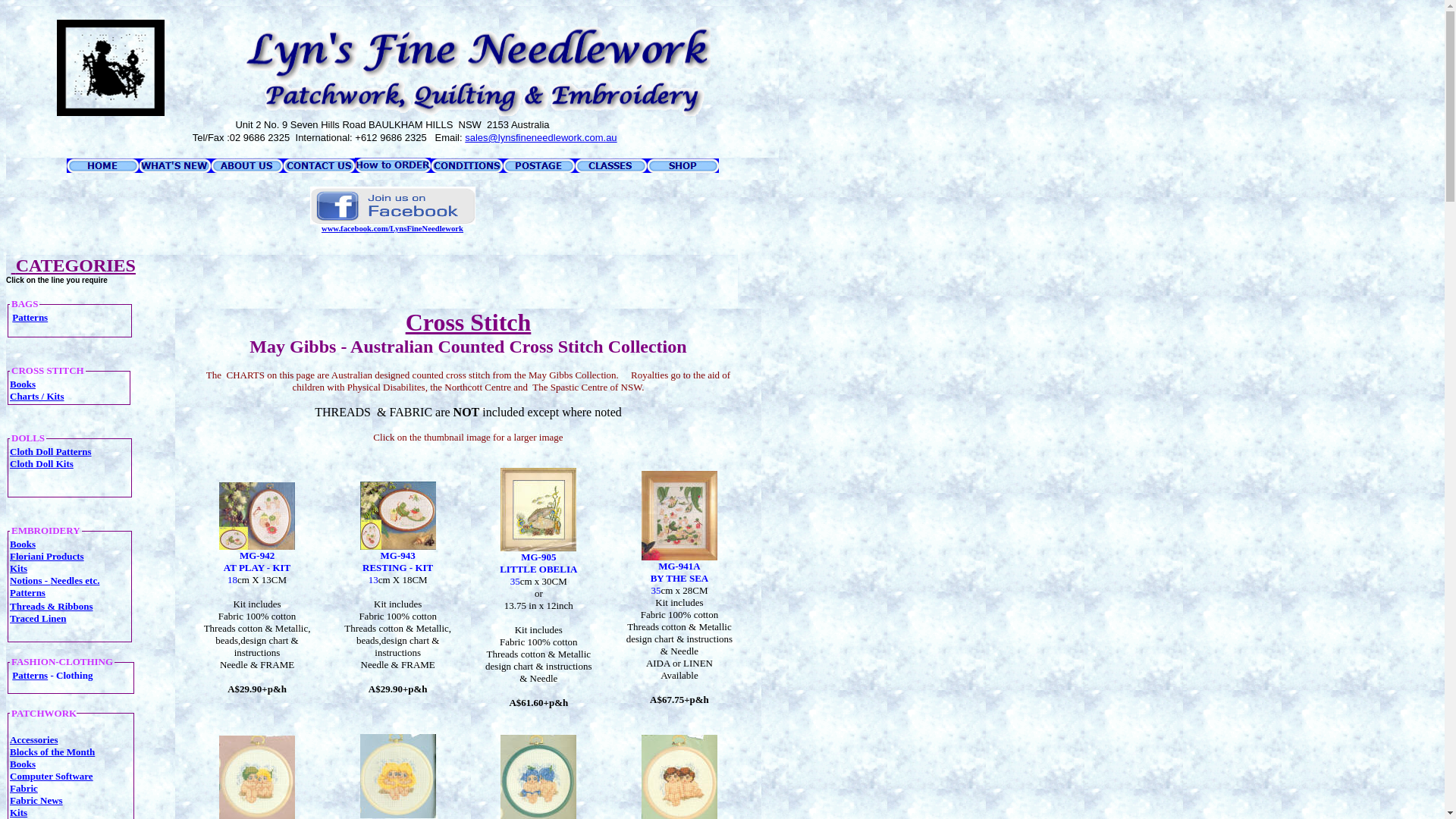  I want to click on 'Notions -', so click(30, 580).